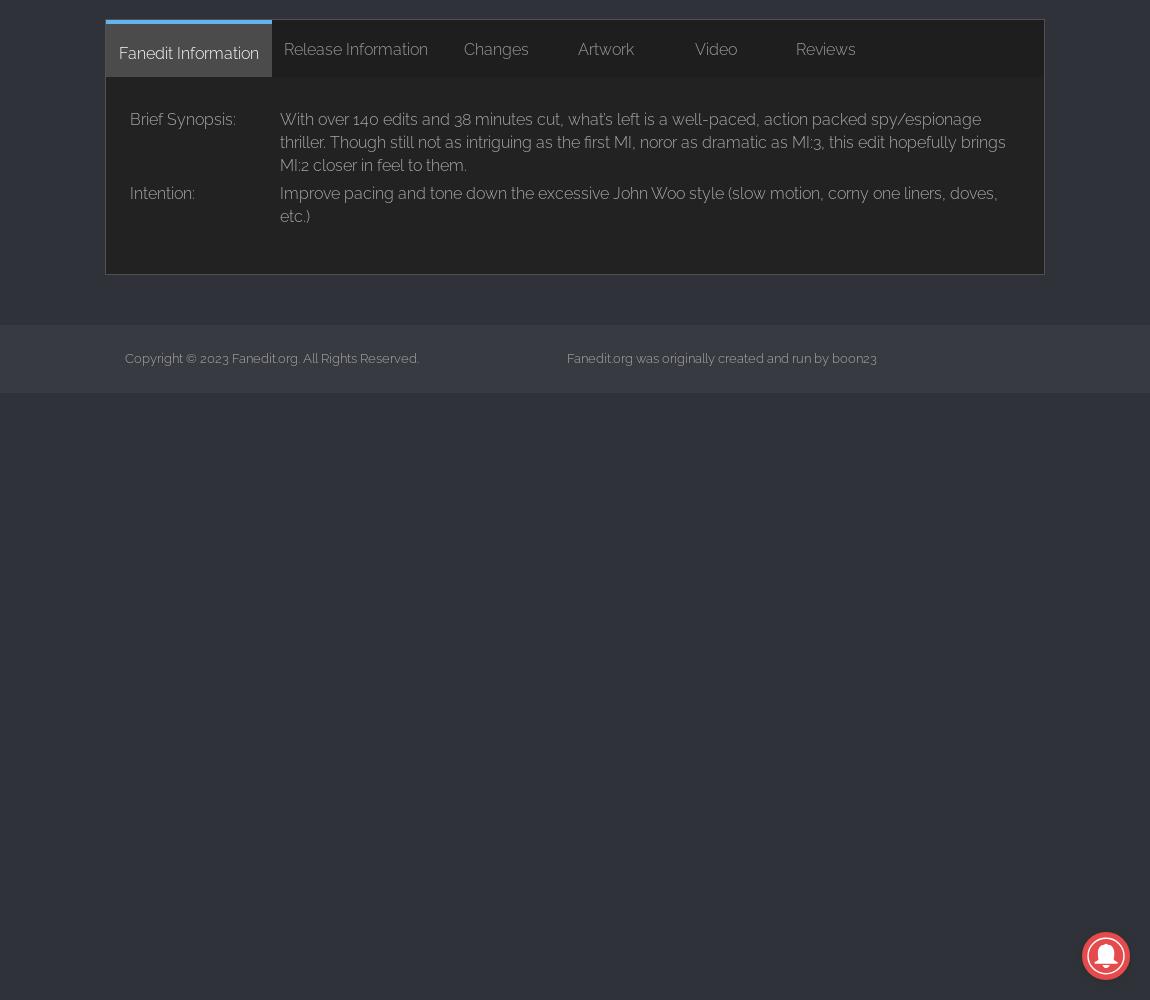  What do you see at coordinates (461, 168) in the screenshot?
I see `'Star Trek'` at bounding box center [461, 168].